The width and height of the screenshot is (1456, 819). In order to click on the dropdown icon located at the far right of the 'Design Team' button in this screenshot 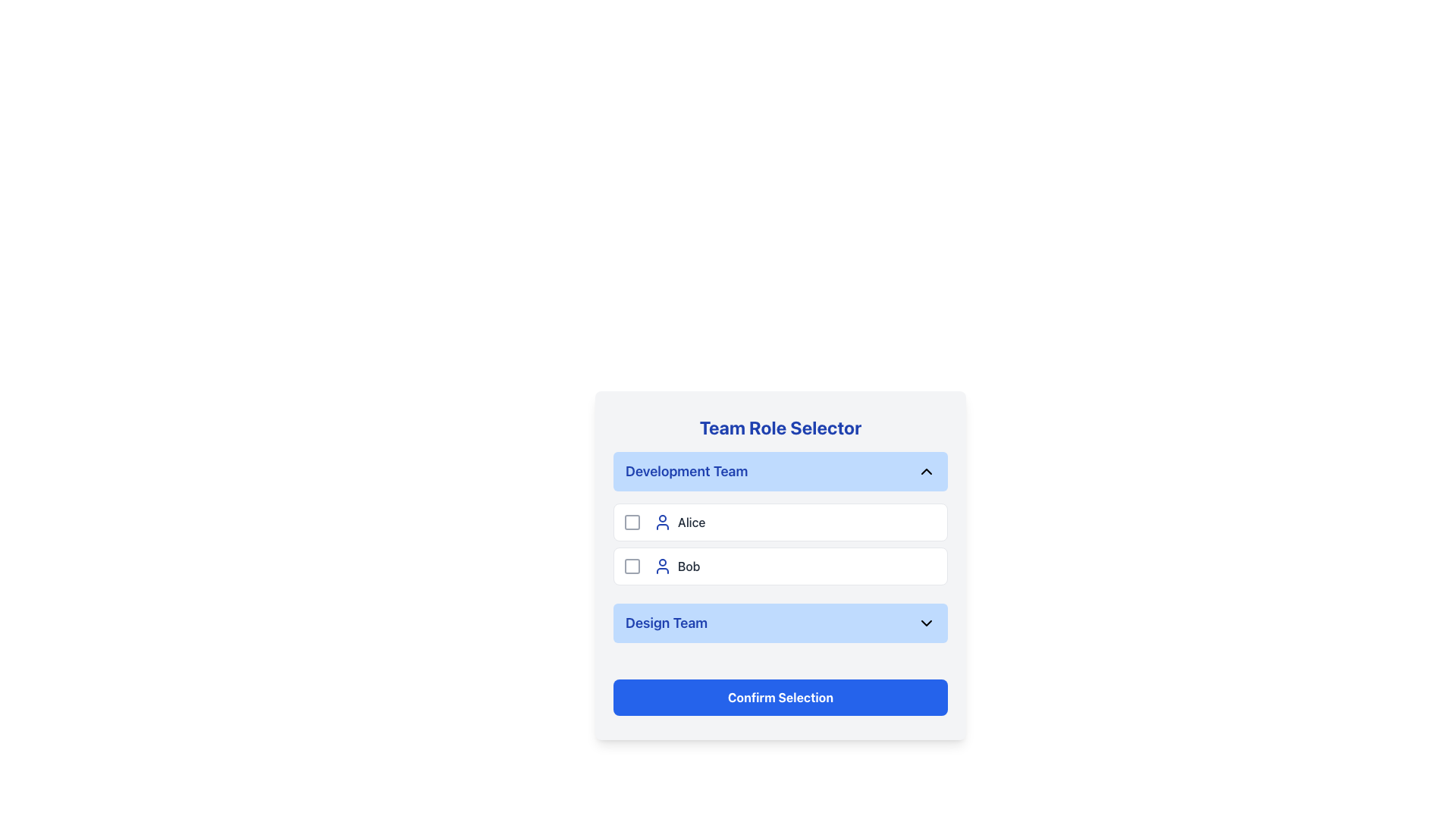, I will do `click(926, 623)`.